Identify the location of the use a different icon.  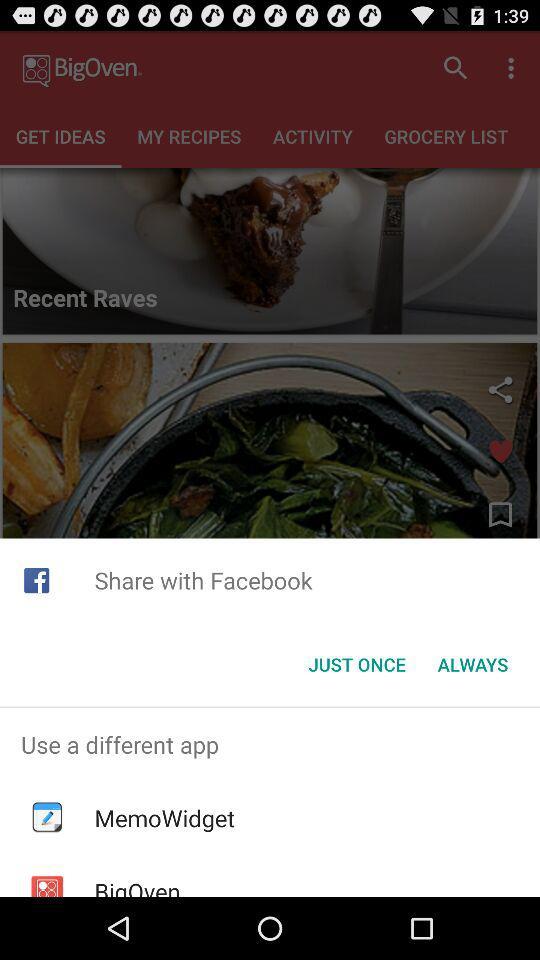
(270, 743).